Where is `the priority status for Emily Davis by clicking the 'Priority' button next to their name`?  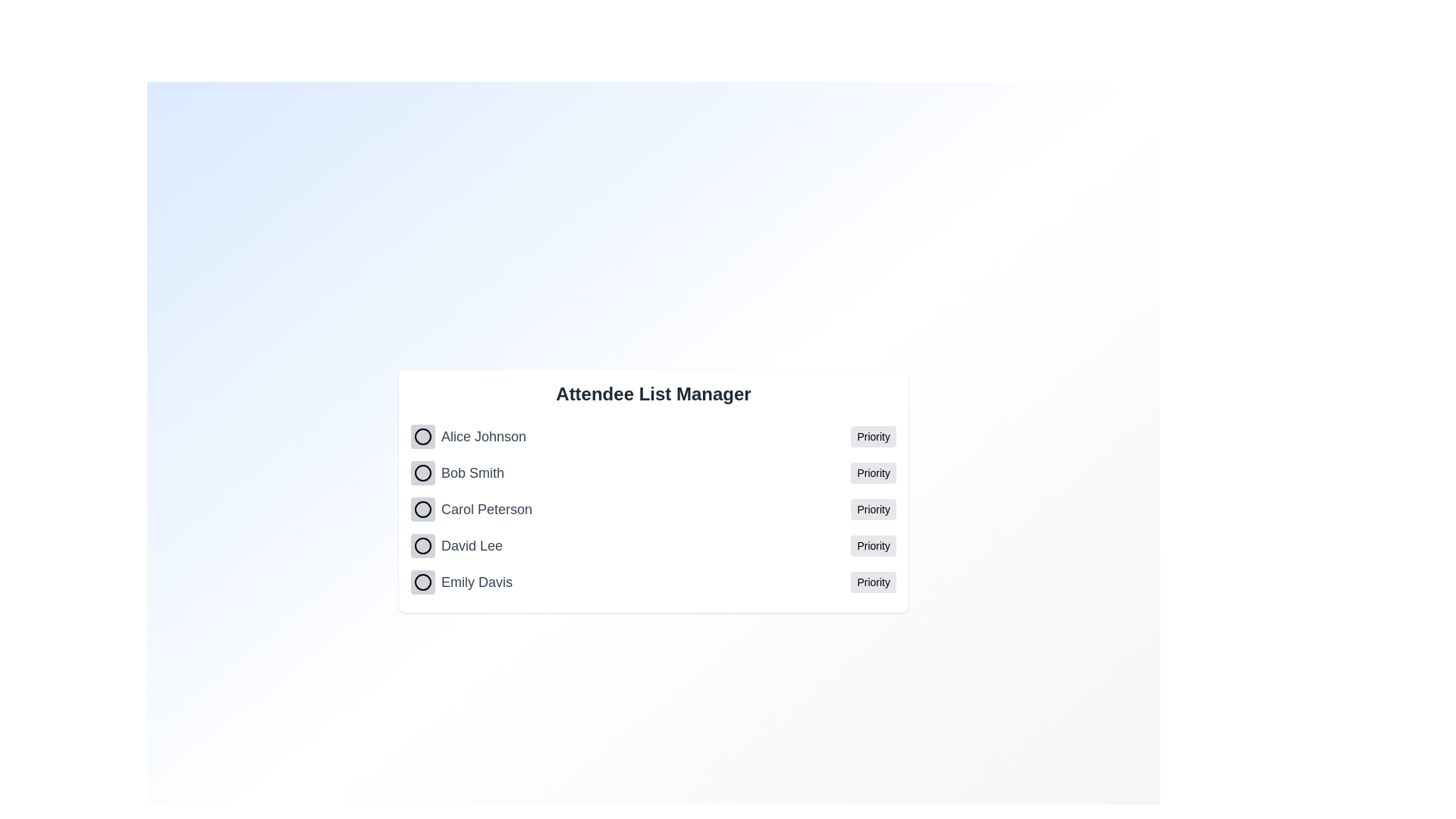 the priority status for Emily Davis by clicking the 'Priority' button next to their name is located at coordinates (874, 581).